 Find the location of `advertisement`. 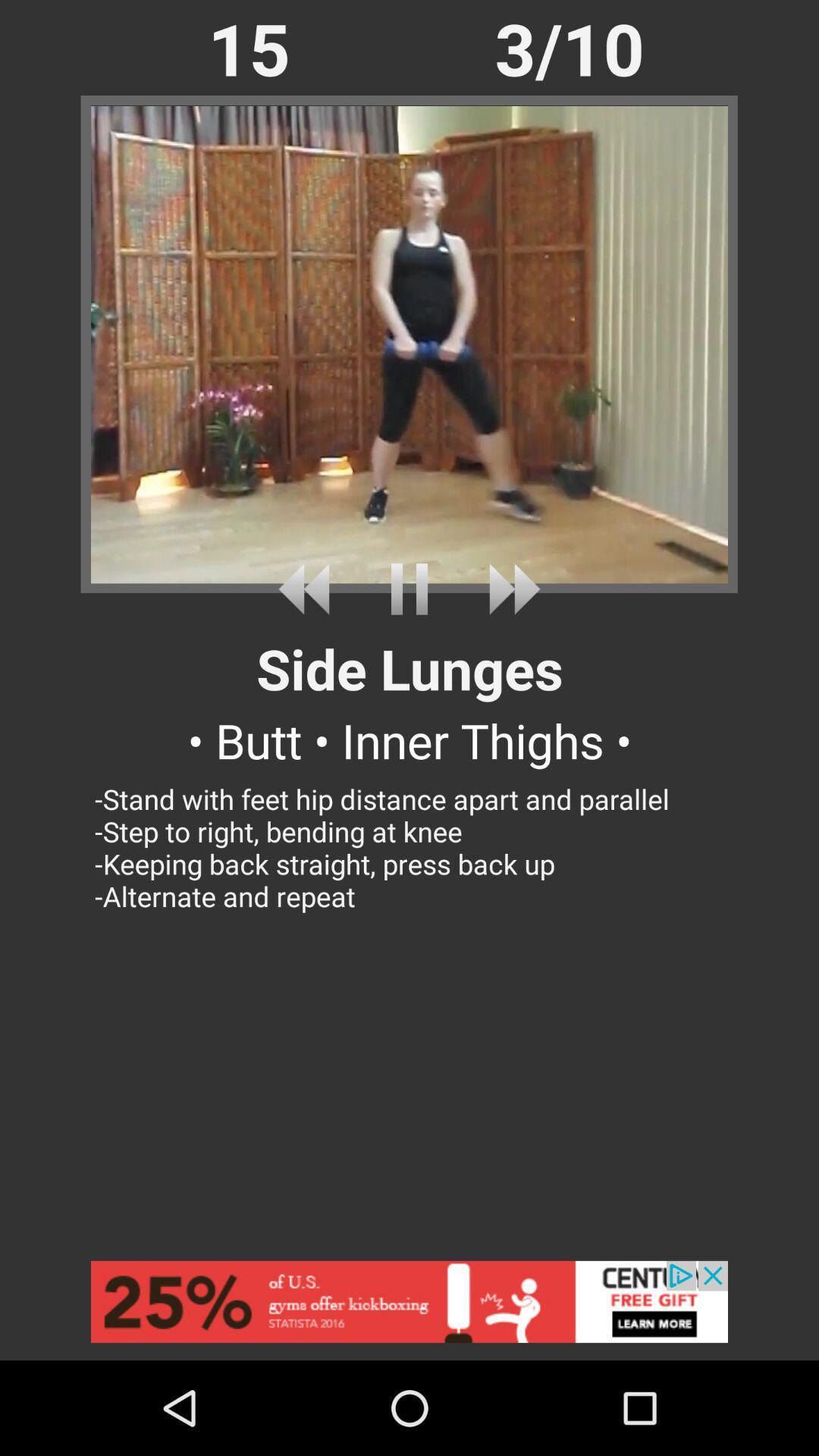

advertisement is located at coordinates (409, 1310).